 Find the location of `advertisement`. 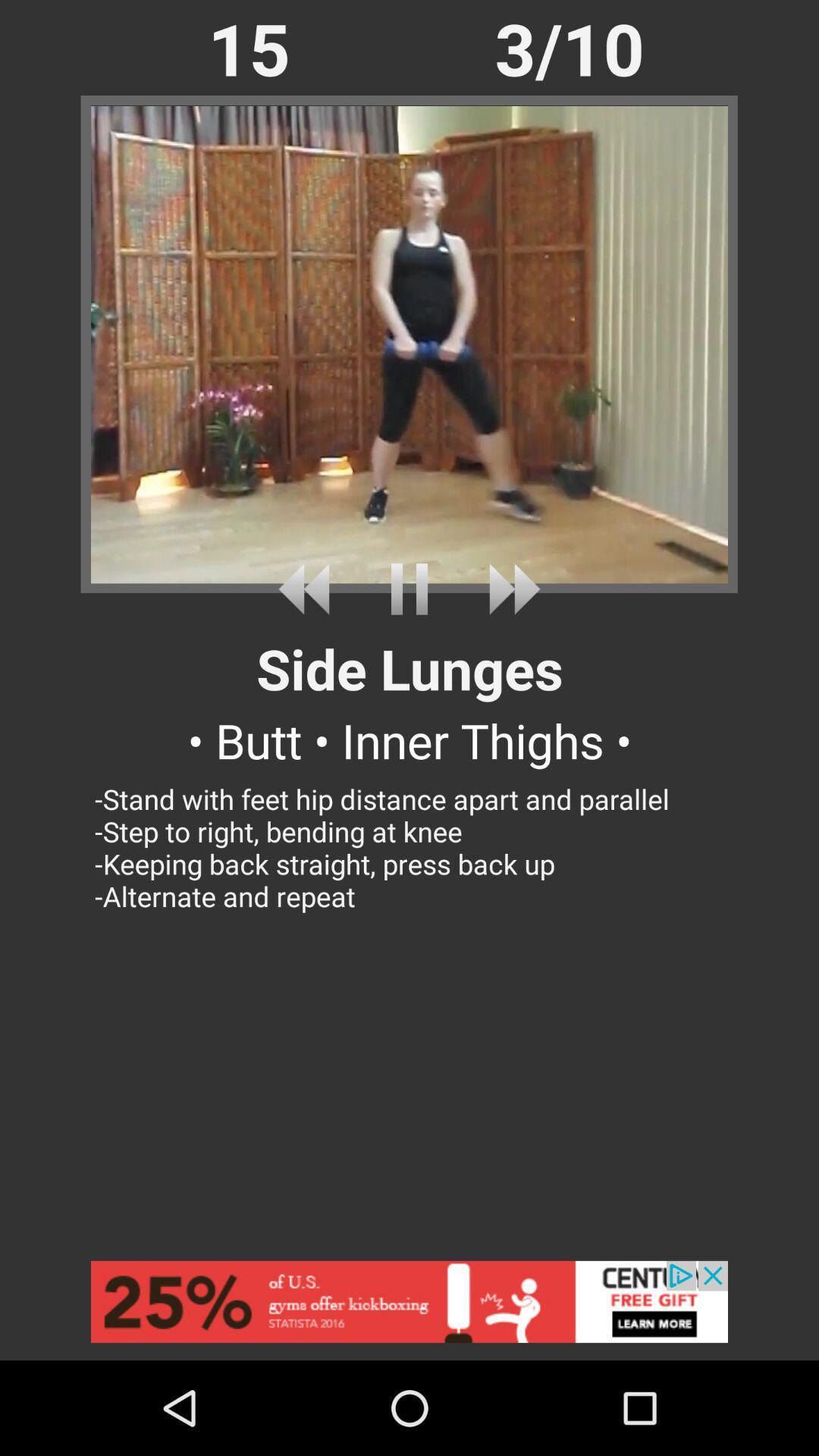

advertisement is located at coordinates (409, 1310).